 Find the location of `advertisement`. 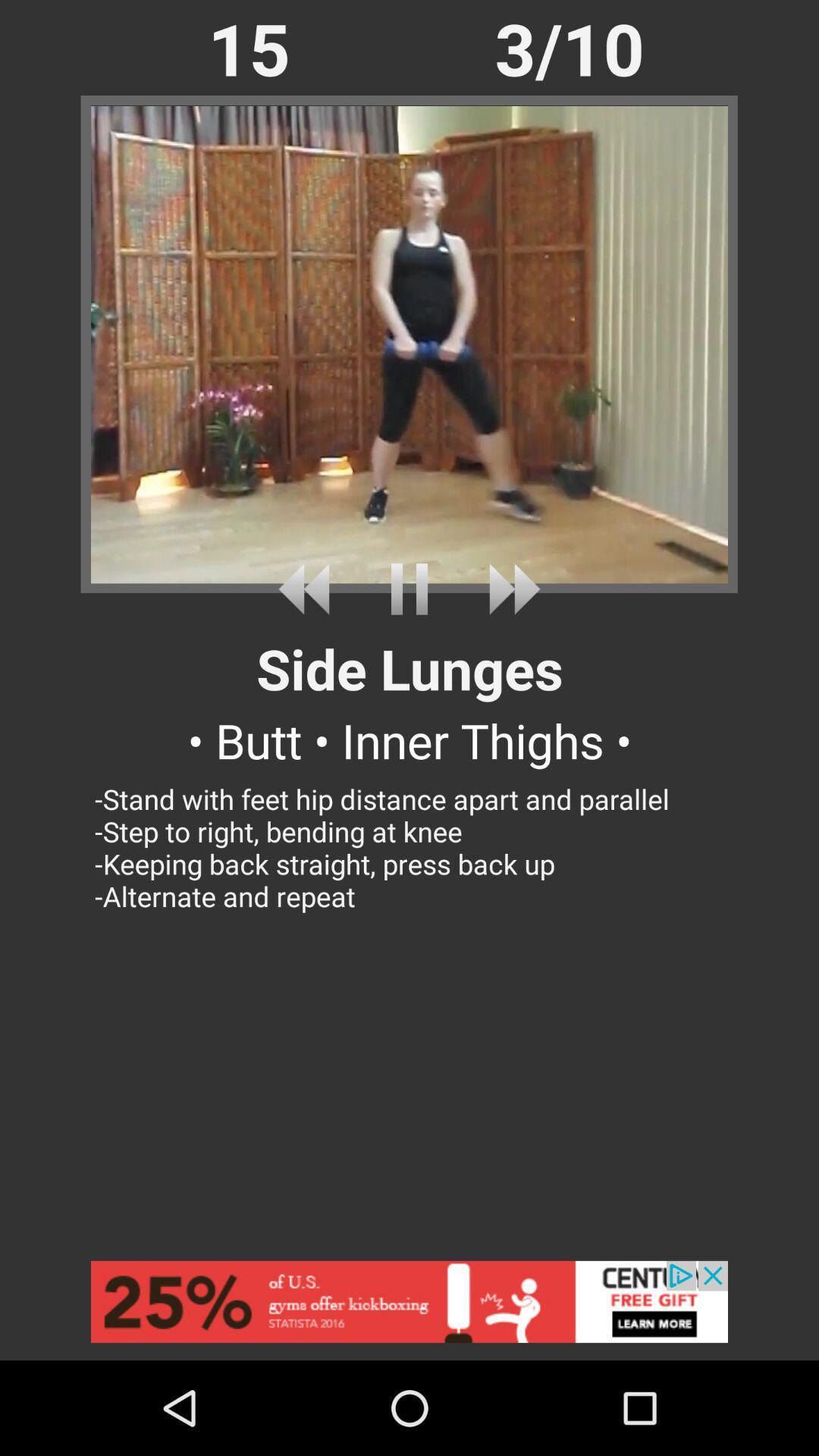

advertisement is located at coordinates (409, 1310).